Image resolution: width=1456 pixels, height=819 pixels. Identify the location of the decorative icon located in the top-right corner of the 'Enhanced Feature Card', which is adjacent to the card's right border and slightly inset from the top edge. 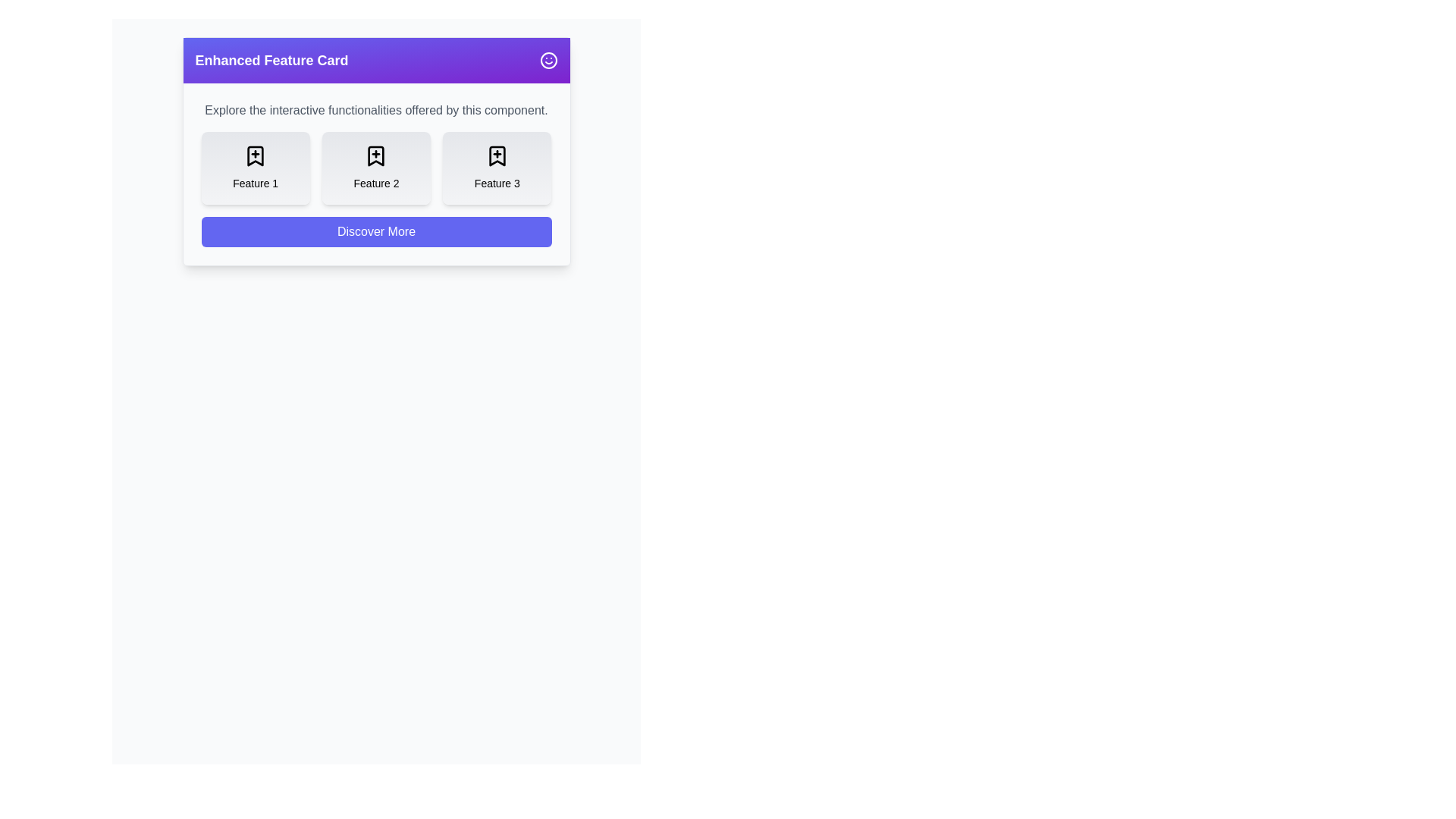
(548, 60).